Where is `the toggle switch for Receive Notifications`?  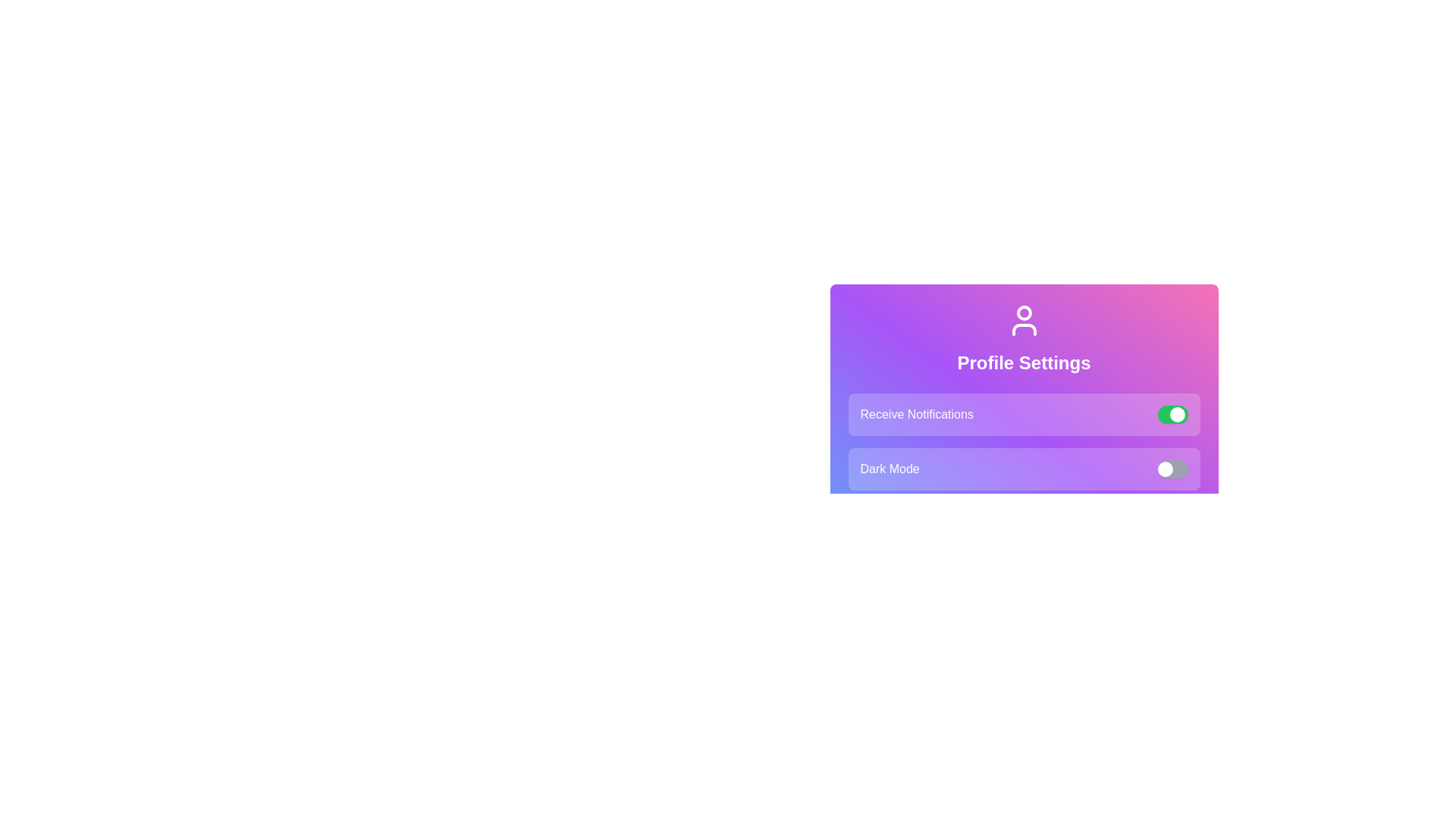
the toggle switch for Receive Notifications is located at coordinates (1172, 415).